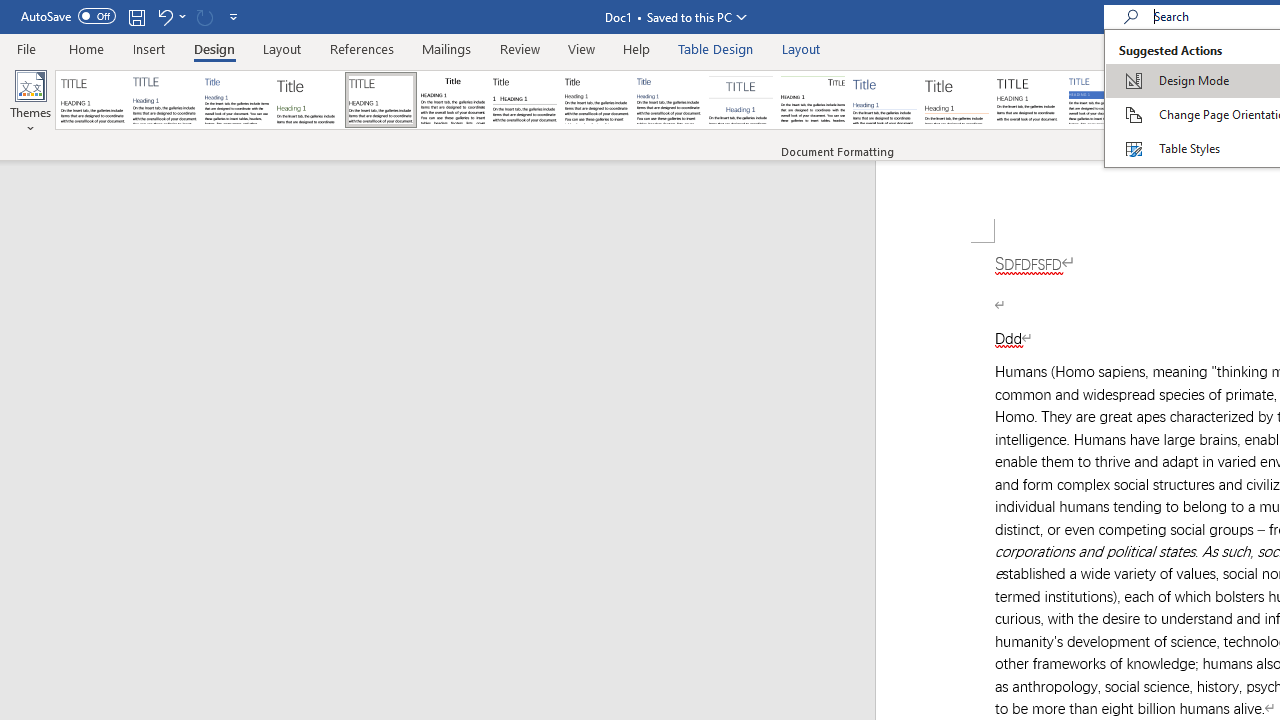 This screenshot has width=1280, height=720. I want to click on 'Word', so click(1173, 100).